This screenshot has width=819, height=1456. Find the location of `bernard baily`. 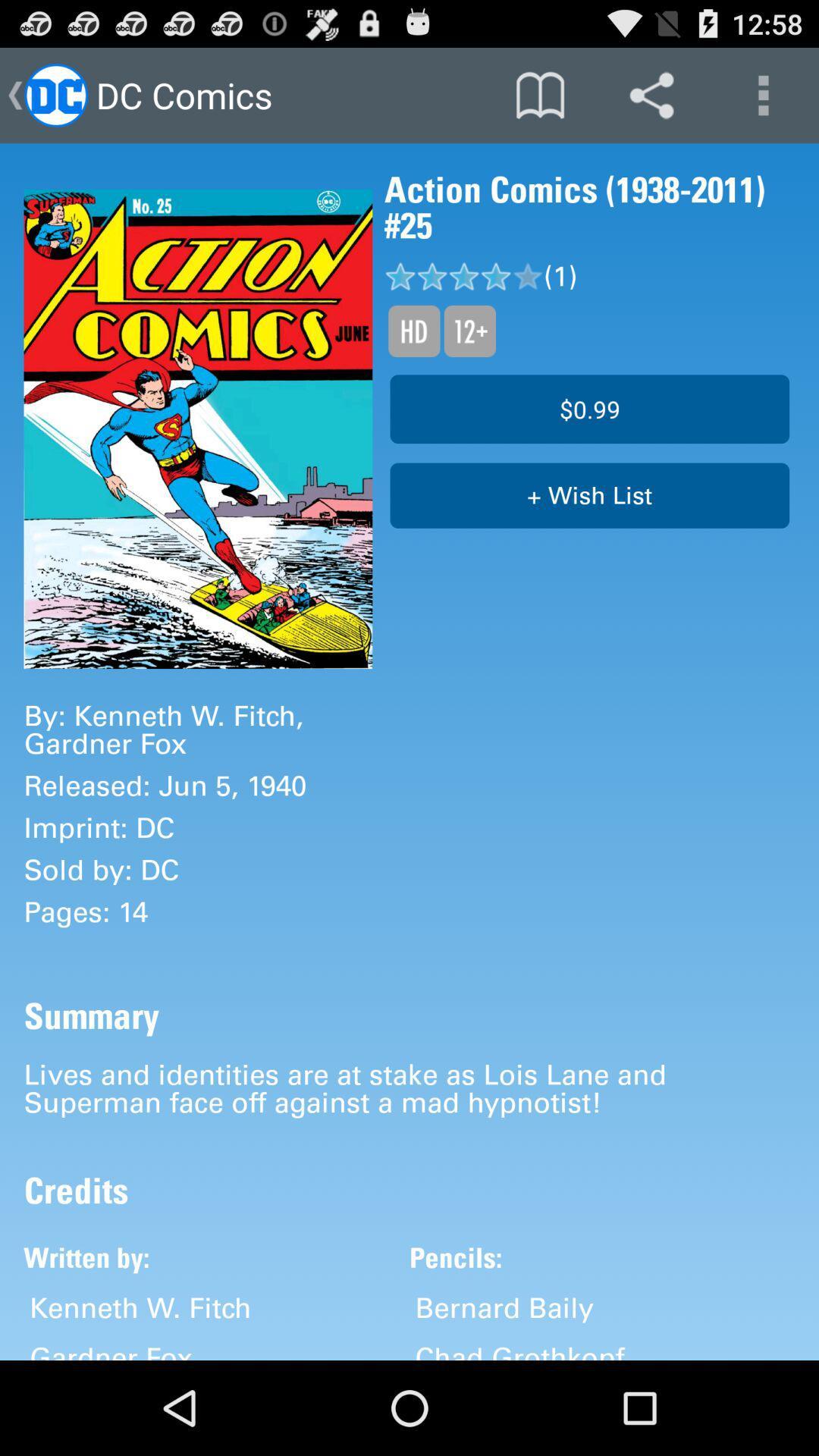

bernard baily is located at coordinates (504, 1307).